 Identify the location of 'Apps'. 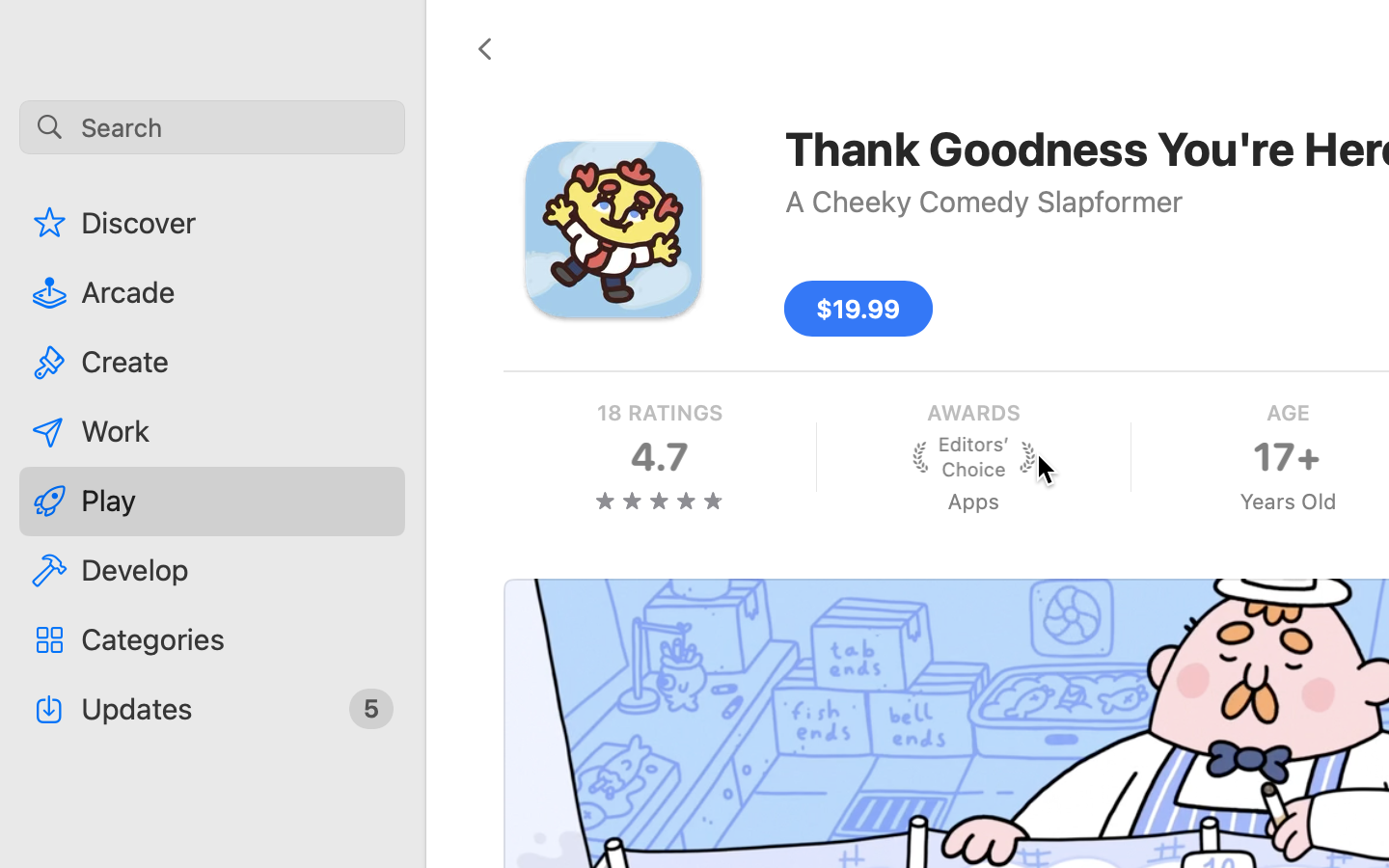
(970, 501).